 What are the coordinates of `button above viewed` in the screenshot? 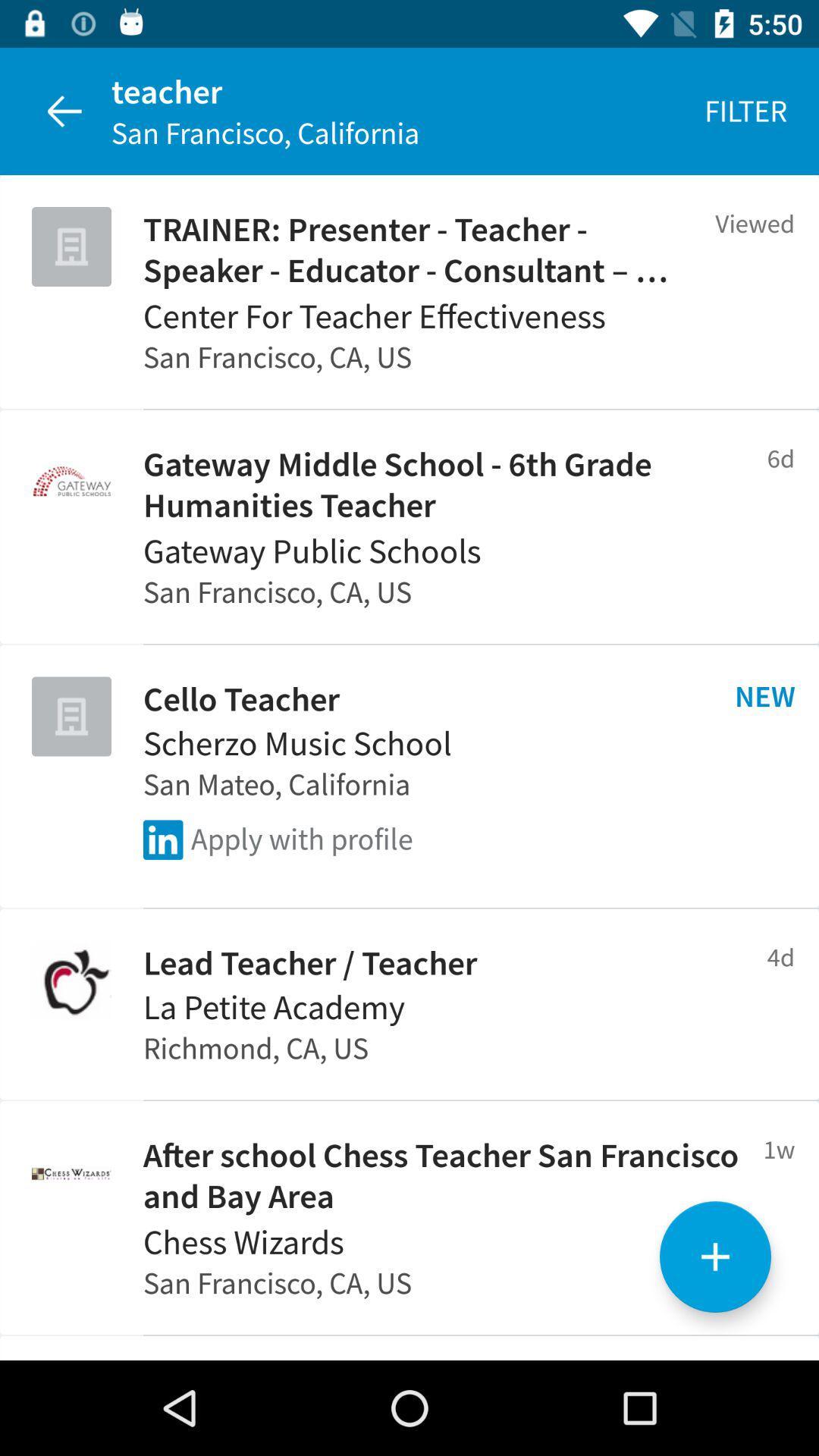 It's located at (745, 111).